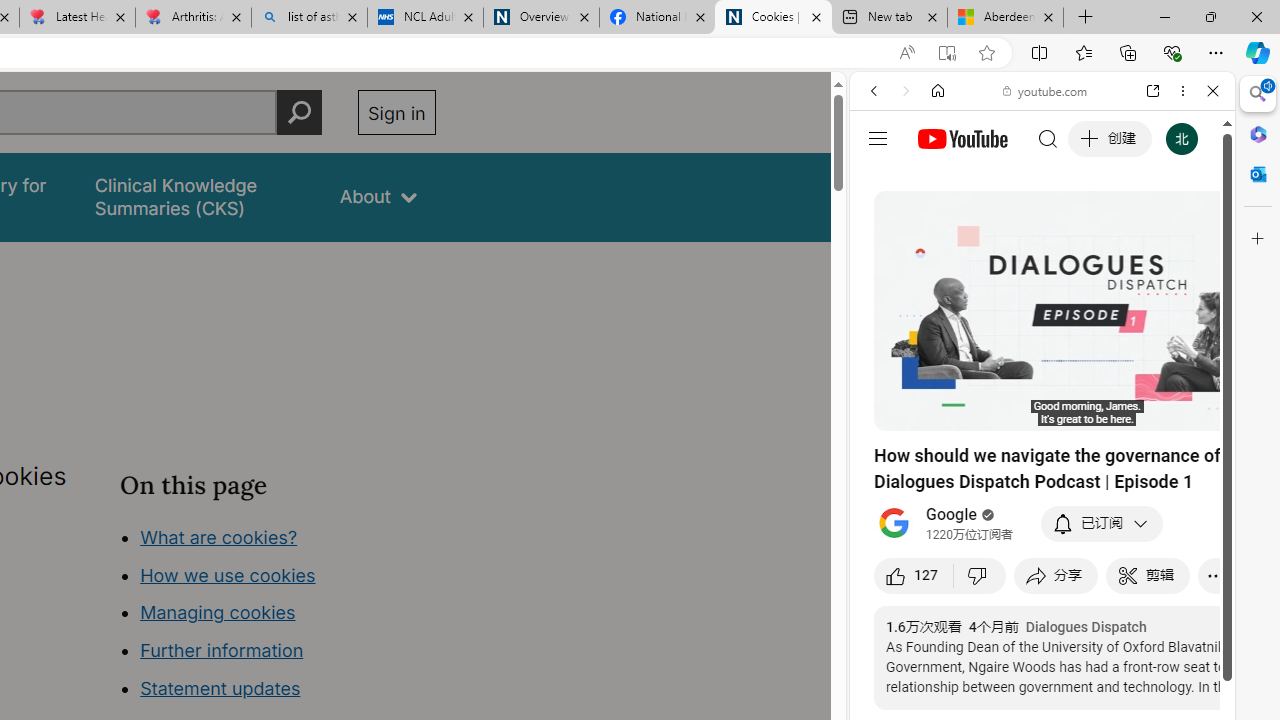 The width and height of the screenshot is (1280, 720). I want to click on '#you', so click(1041, 445).